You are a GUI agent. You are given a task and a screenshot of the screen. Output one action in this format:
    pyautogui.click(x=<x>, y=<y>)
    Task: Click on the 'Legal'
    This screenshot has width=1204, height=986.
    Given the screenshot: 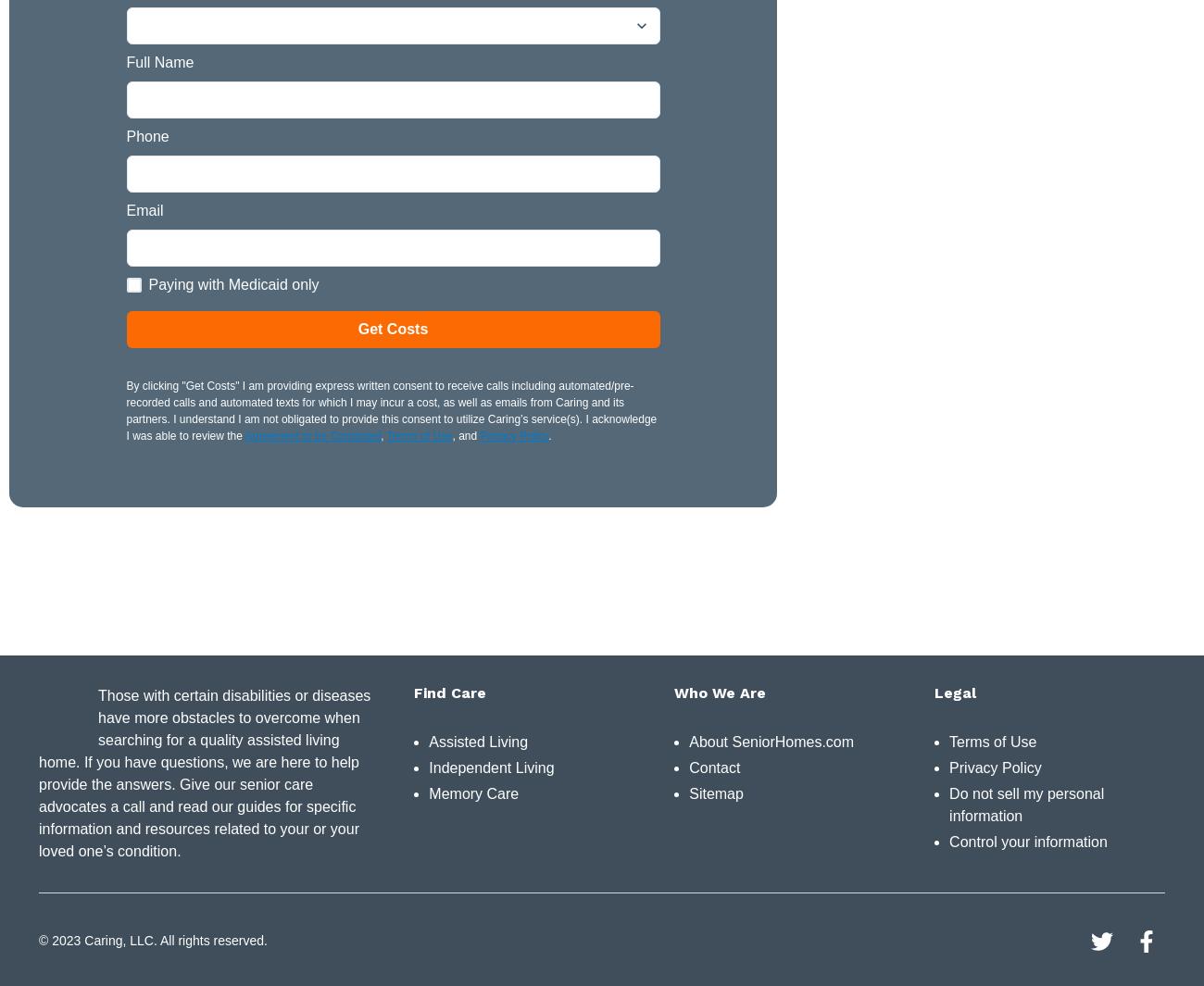 What is the action you would take?
    pyautogui.click(x=955, y=692)
    